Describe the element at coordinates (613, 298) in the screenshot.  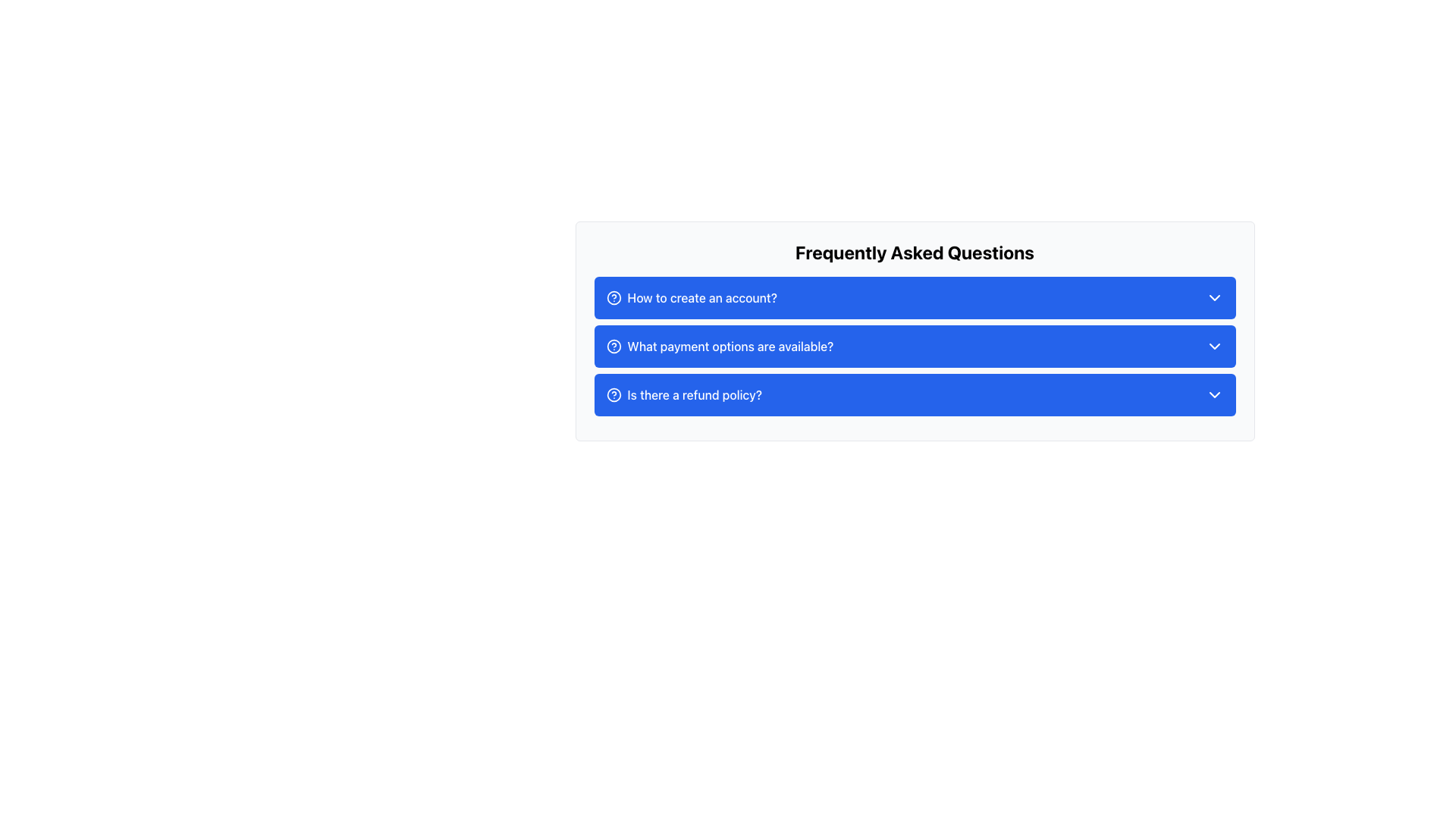
I see `the help icon, which is an SVG graphic resembling a question mark encased in a circle, located next to the text 'How to create an account?' in the list of questions` at that location.